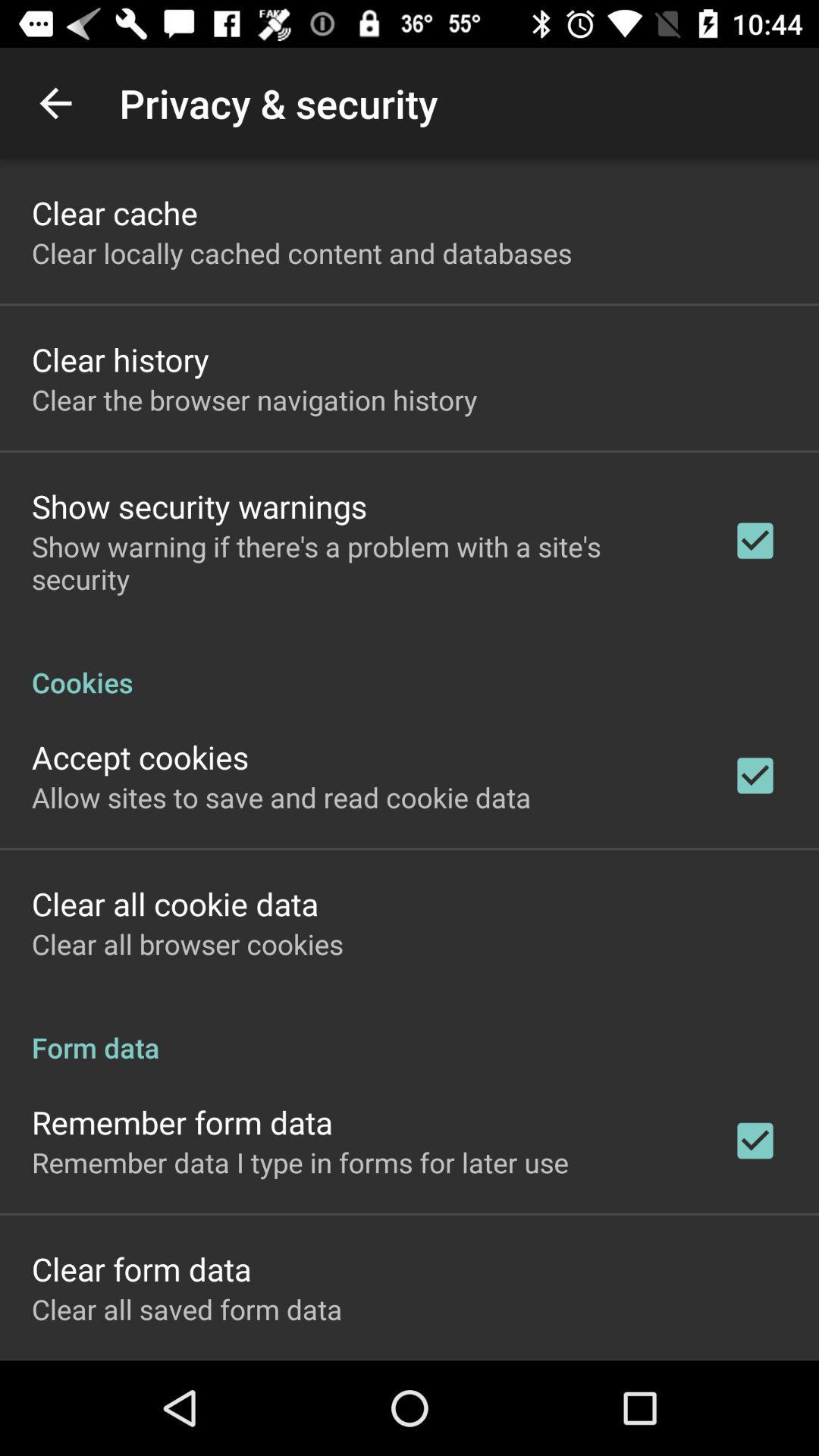 This screenshot has height=1456, width=819. What do you see at coordinates (302, 253) in the screenshot?
I see `the item above clear history item` at bounding box center [302, 253].